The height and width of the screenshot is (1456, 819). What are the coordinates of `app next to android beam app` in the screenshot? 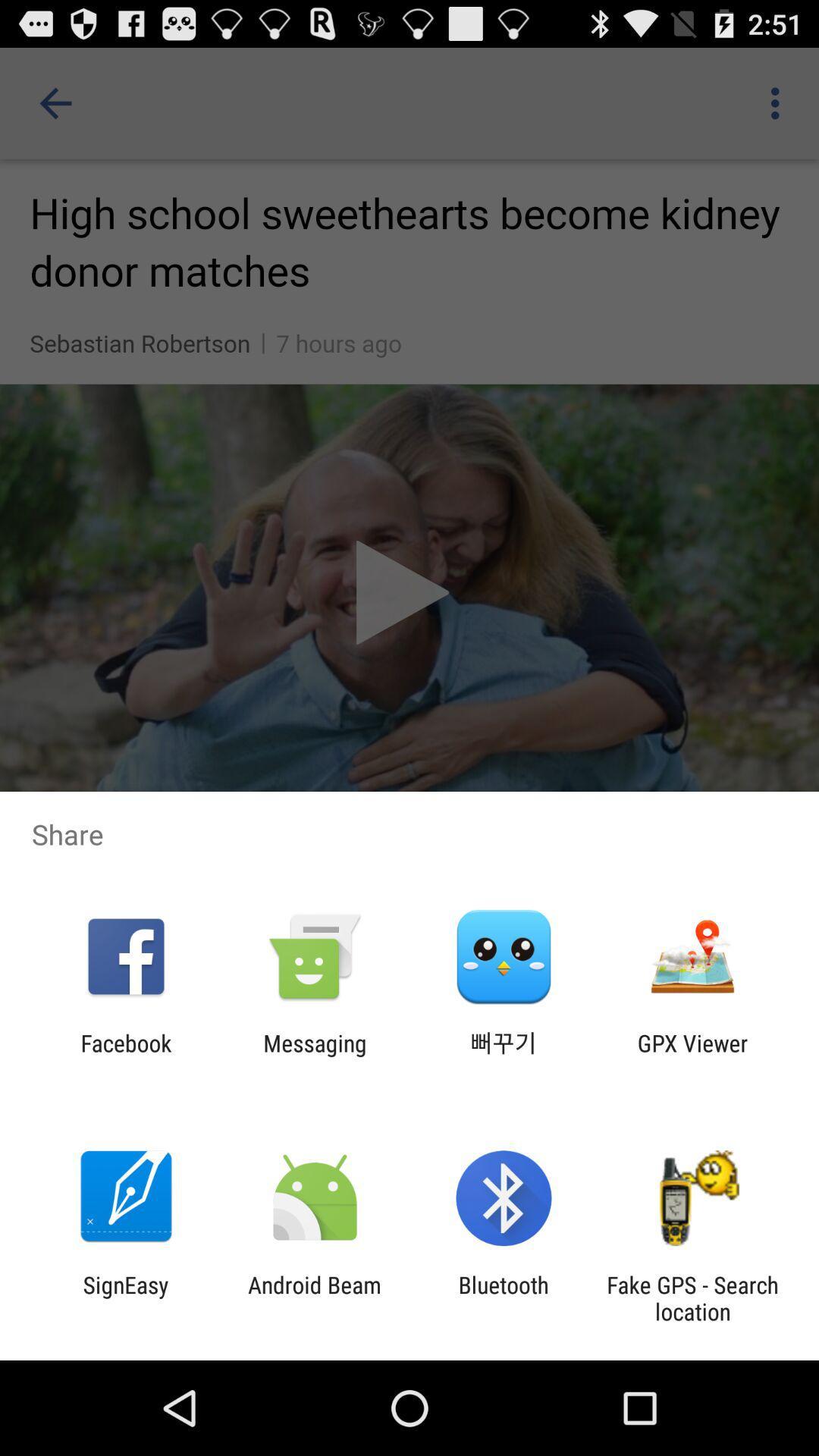 It's located at (504, 1298).